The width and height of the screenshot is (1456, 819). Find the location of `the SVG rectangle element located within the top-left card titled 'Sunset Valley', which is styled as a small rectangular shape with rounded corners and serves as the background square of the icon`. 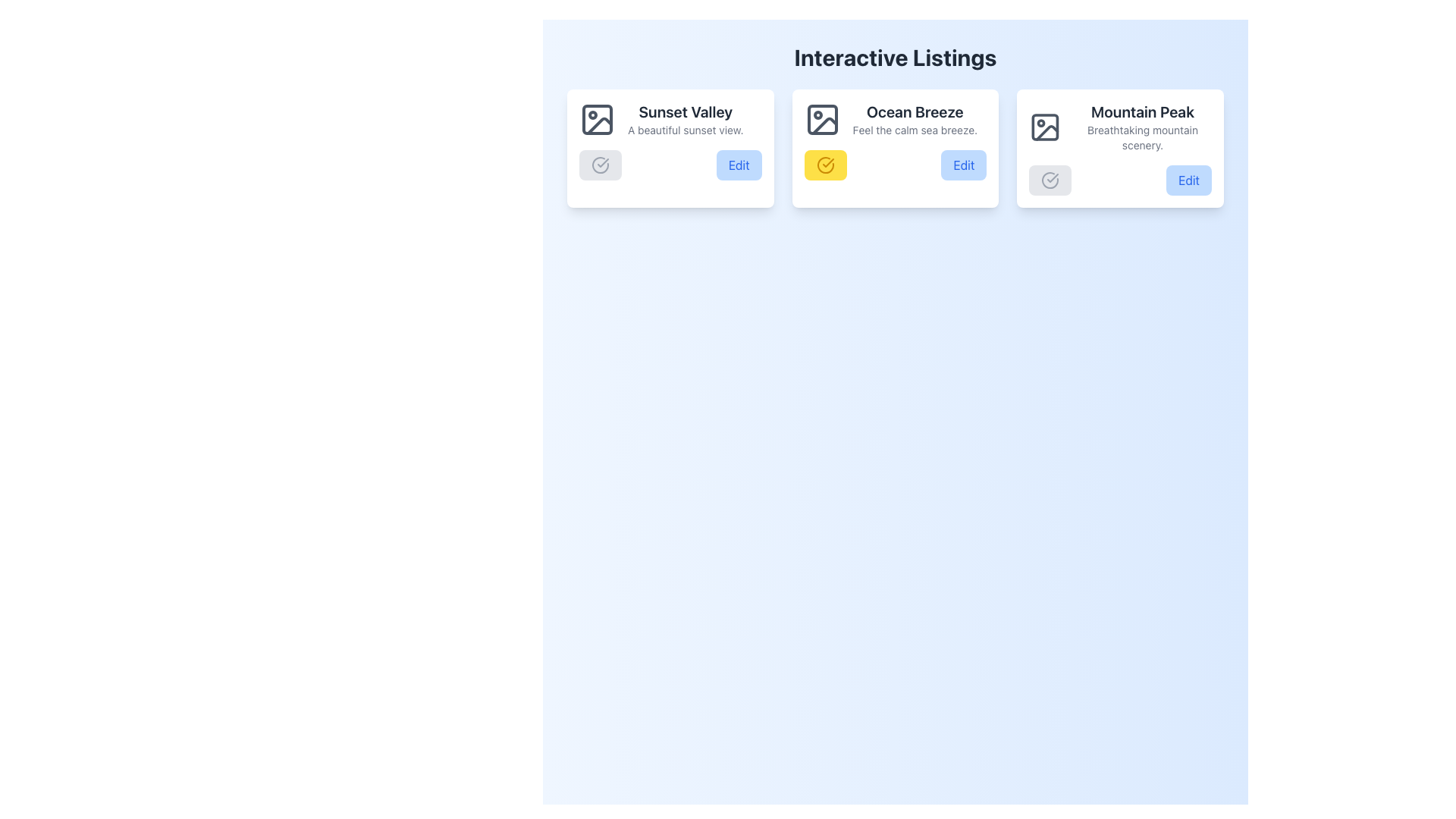

the SVG rectangle element located within the top-left card titled 'Sunset Valley', which is styled as a small rectangular shape with rounded corners and serves as the background square of the icon is located at coordinates (596, 119).